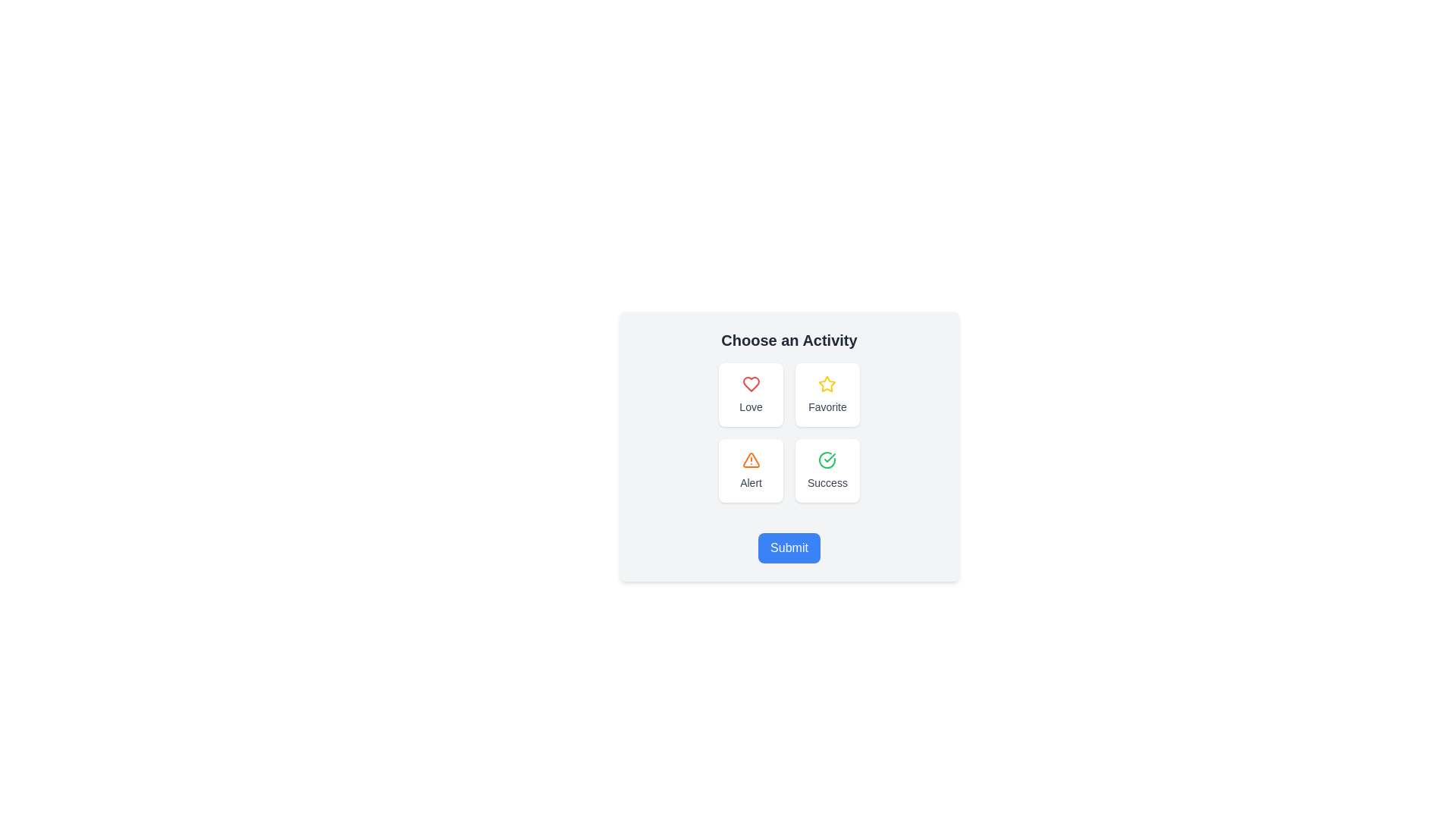 Image resolution: width=1456 pixels, height=819 pixels. I want to click on the 'Favorite' text label, which is styled with a small font size and gray color, located below the yellow star icon in the top-right box of a 2x2 grid, so click(827, 406).